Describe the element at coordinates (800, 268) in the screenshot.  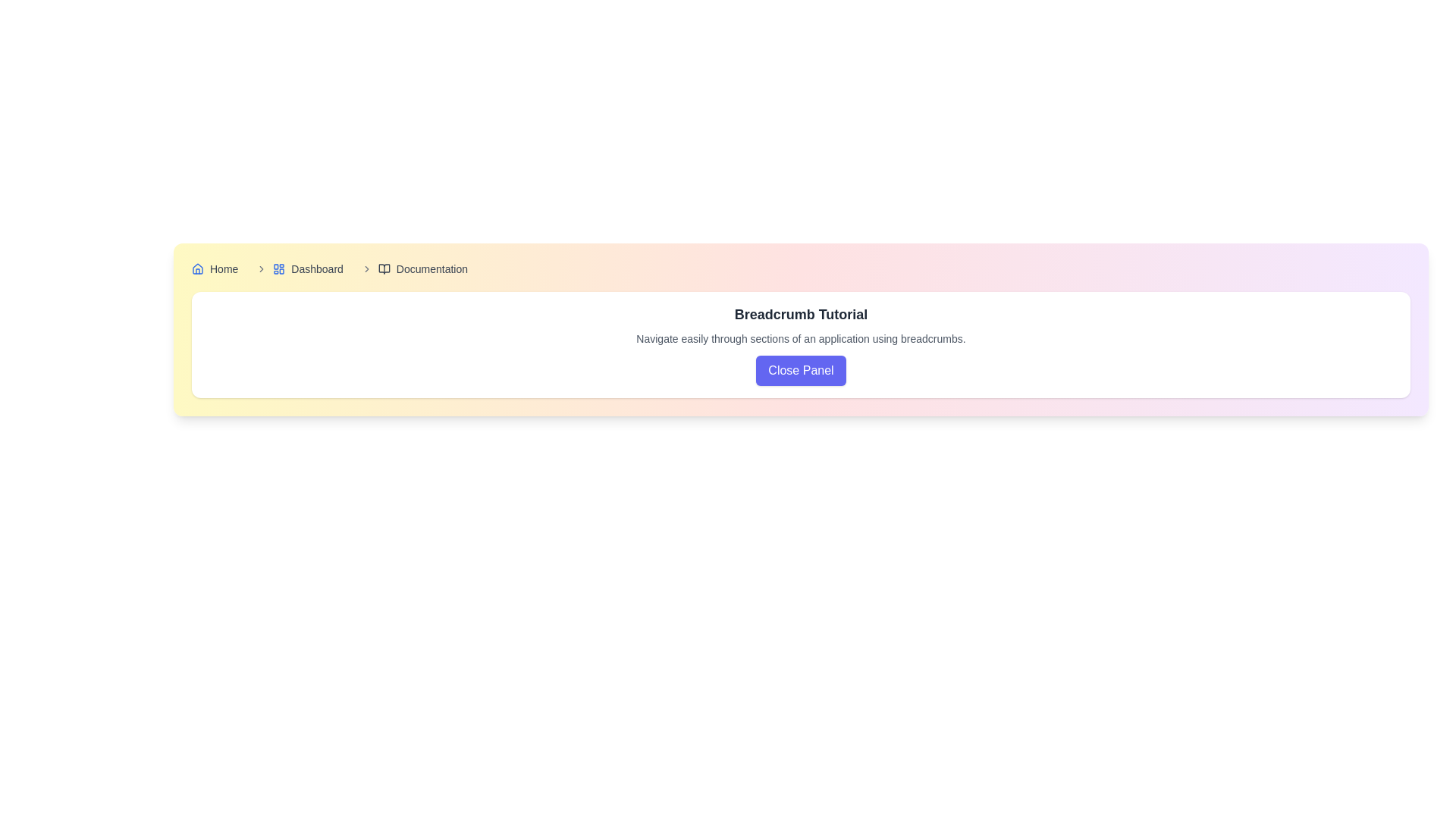
I see `the Breadcrumb navigation bar, which serves as a breadcrumb navigation for users to understand their current location and navigate back to previous sections` at that location.